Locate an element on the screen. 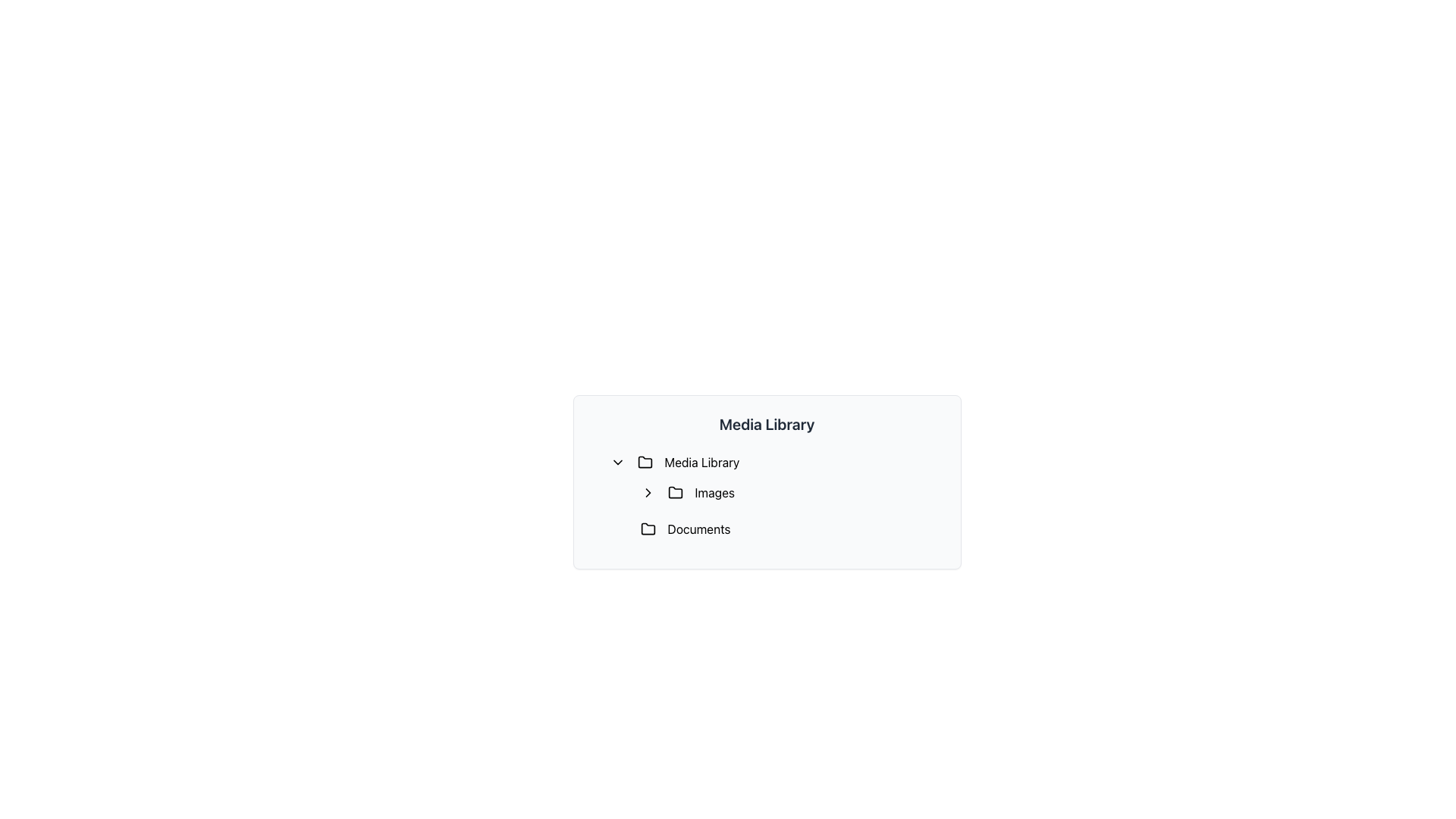 Image resolution: width=1456 pixels, height=819 pixels. the text label for the 'Documents' folder located to the right of the folder icon in the file system tree structure is located at coordinates (698, 529).